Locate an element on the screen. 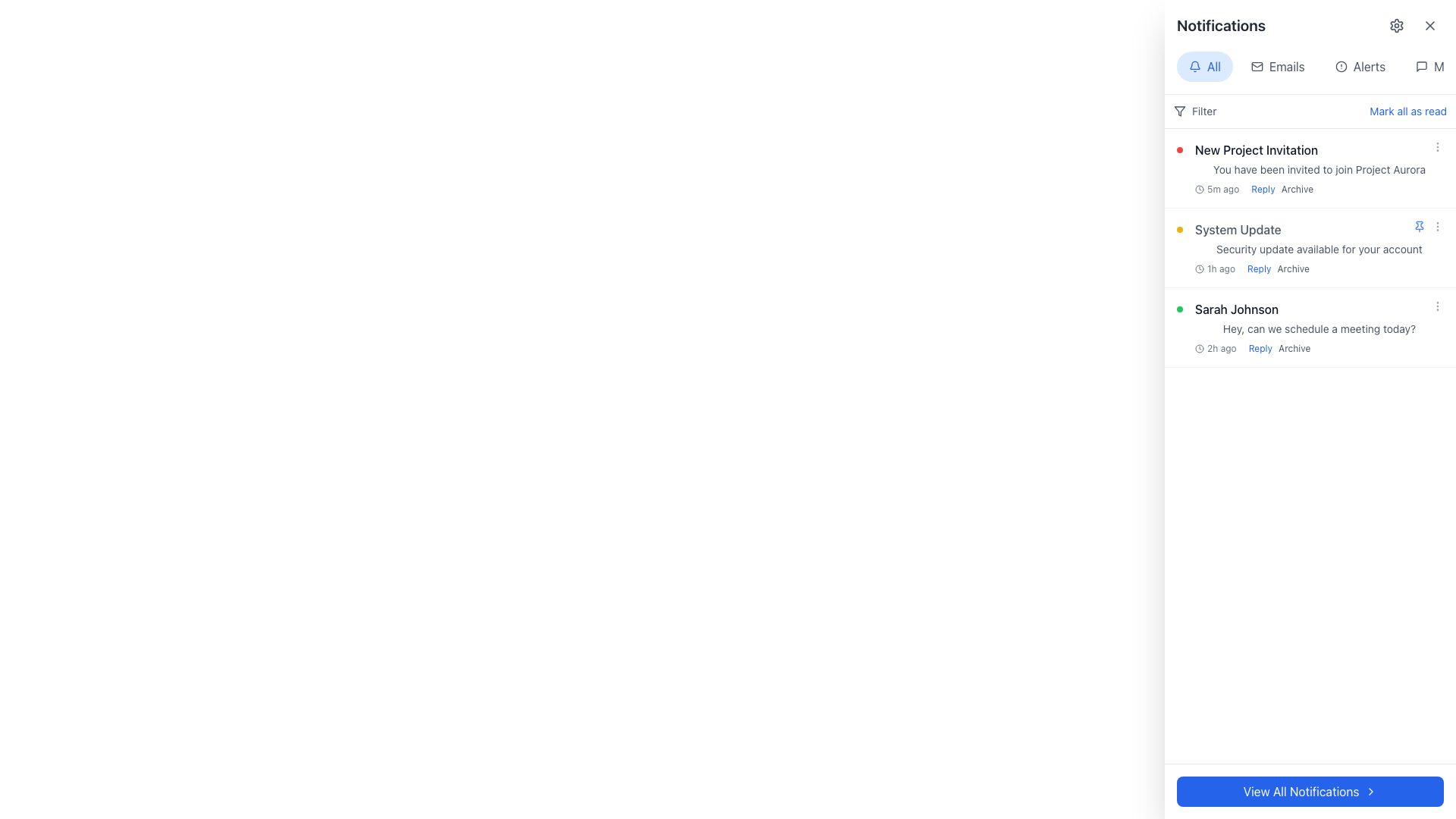  the interactive text button for replying to the notification from 'Sarah Johnson' is located at coordinates (1260, 348).